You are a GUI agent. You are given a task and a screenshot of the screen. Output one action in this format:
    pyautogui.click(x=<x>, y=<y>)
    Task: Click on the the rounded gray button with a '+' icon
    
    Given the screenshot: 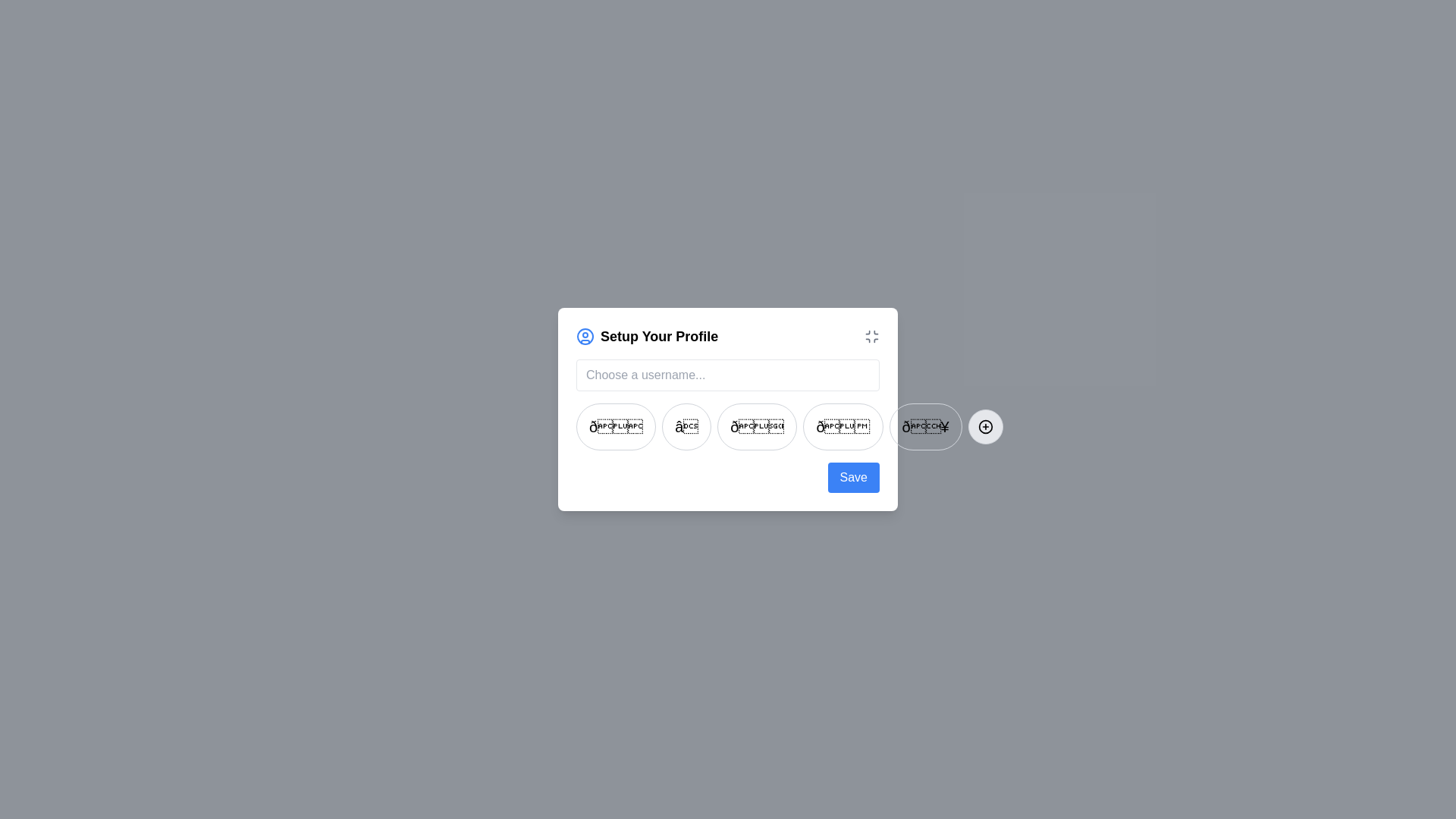 What is the action you would take?
    pyautogui.click(x=985, y=427)
    